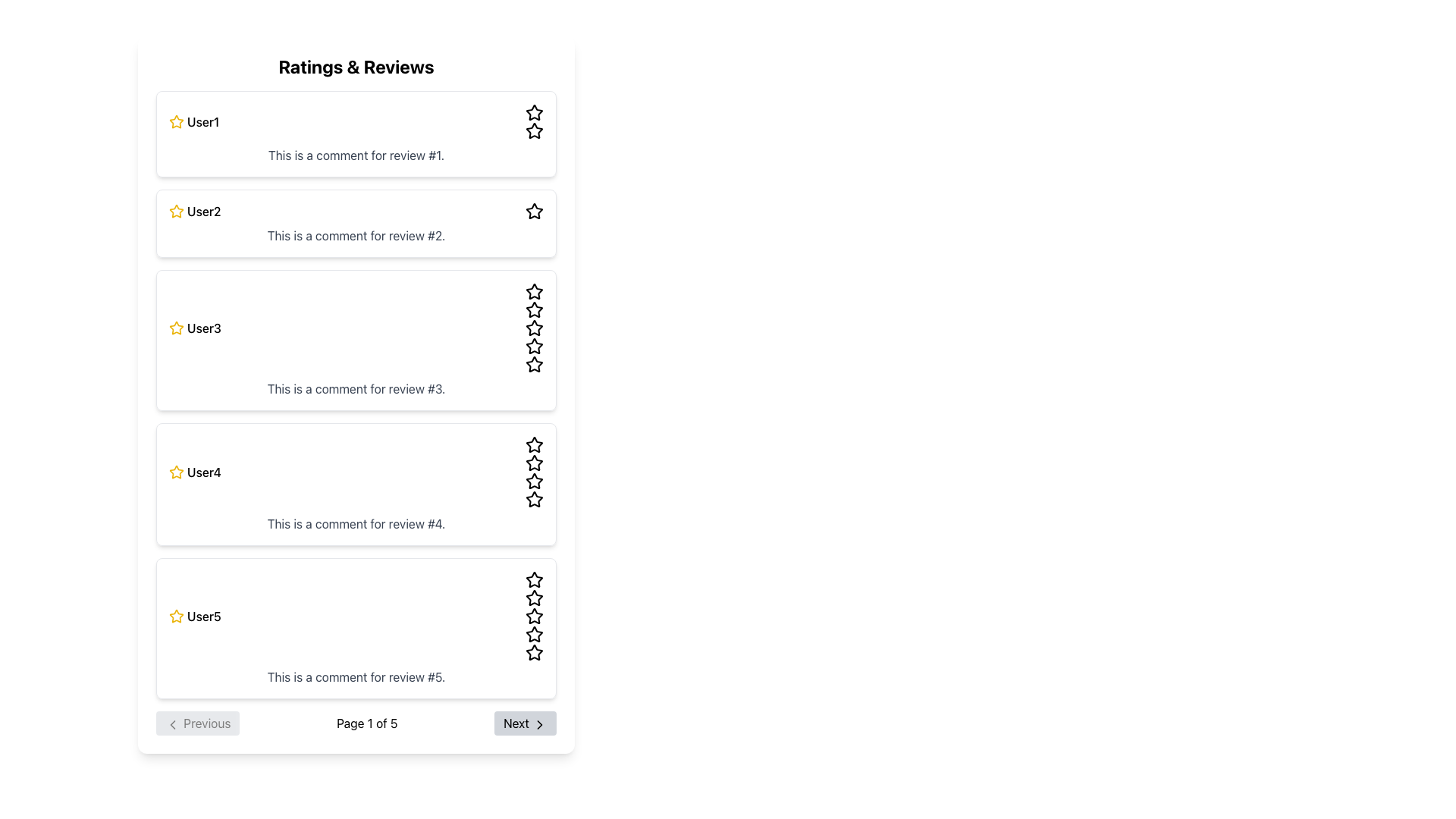  I want to click on the first star icon in the five-star rating system for the fifth review row in the 'Ratings & Reviews' section, so click(535, 579).